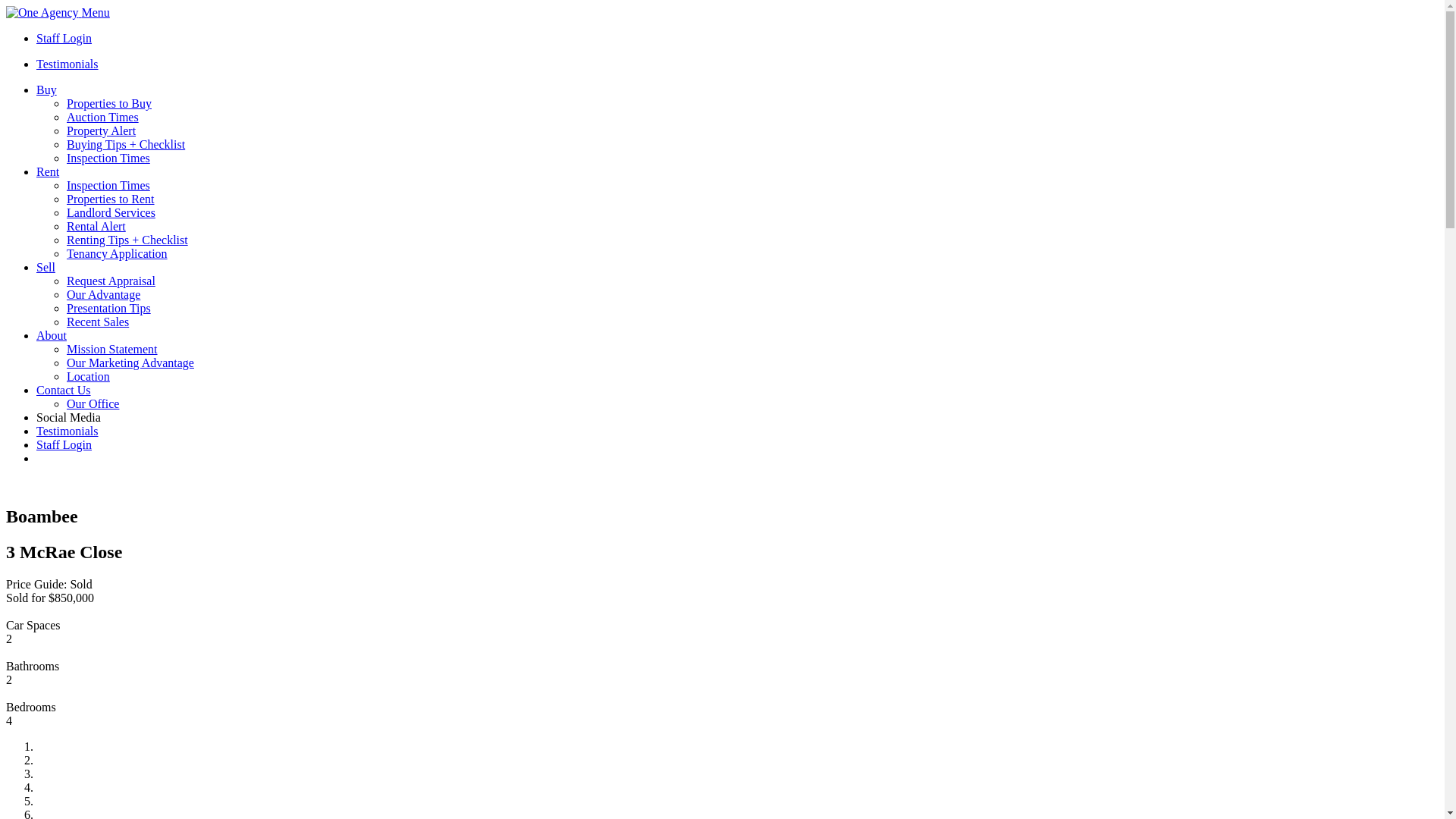 The image size is (1456, 819). Describe the element at coordinates (92, 403) in the screenshot. I see `'Our Office'` at that location.